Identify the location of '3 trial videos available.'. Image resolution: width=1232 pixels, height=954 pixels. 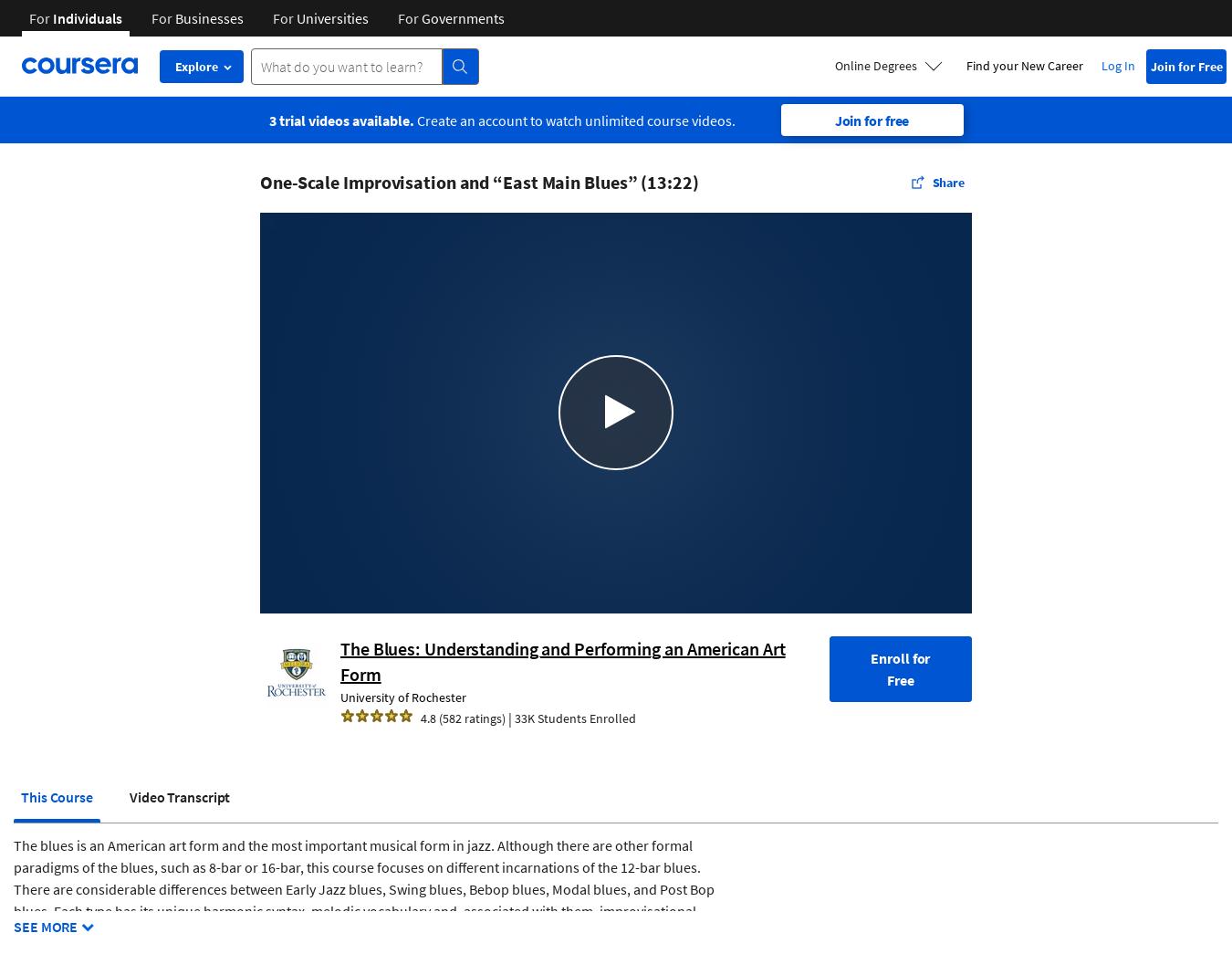
(340, 119).